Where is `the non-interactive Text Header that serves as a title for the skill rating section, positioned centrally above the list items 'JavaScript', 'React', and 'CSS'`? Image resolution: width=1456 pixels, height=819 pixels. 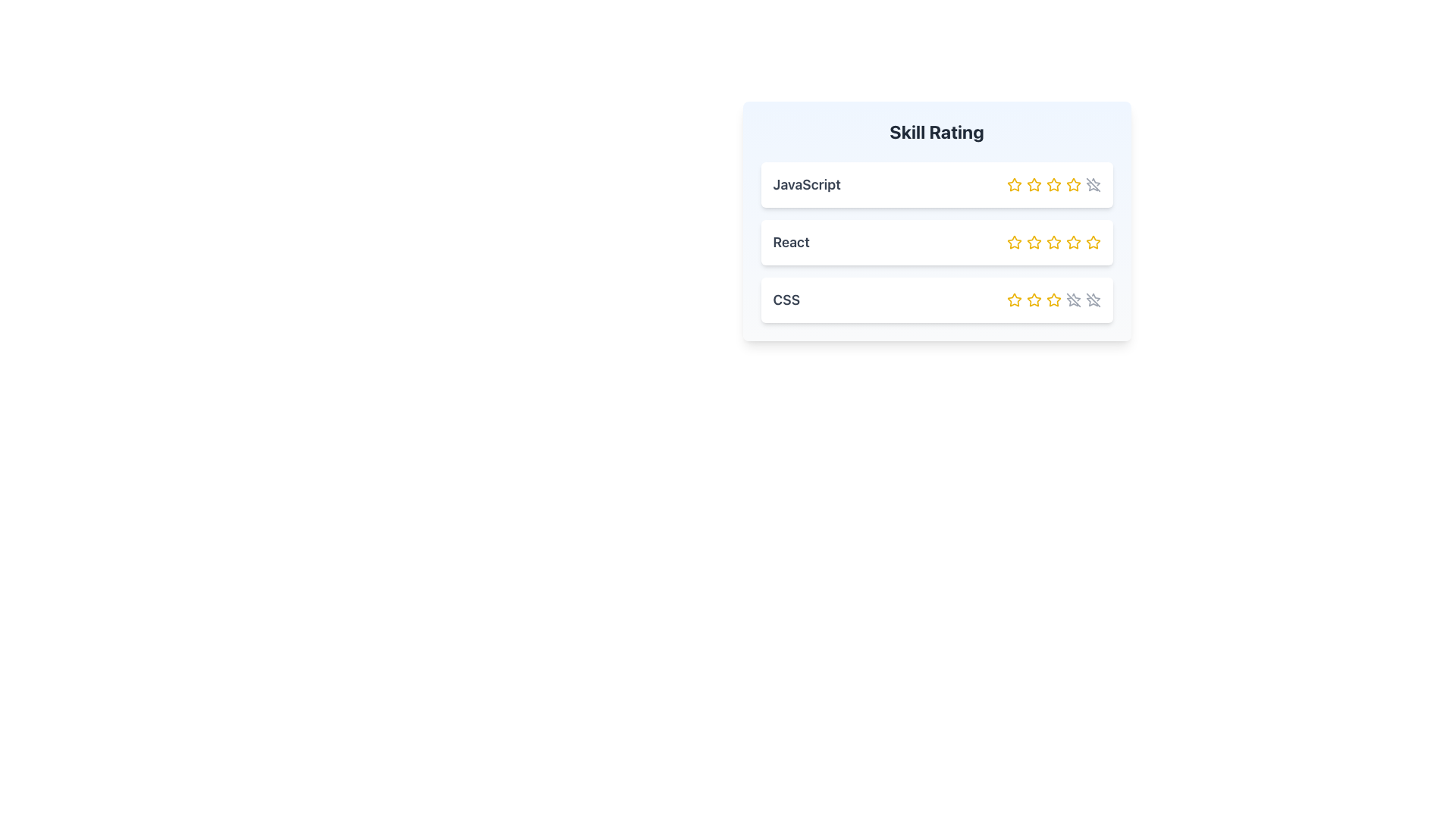
the non-interactive Text Header that serves as a title for the skill rating section, positioned centrally above the list items 'JavaScript', 'React', and 'CSS' is located at coordinates (936, 130).